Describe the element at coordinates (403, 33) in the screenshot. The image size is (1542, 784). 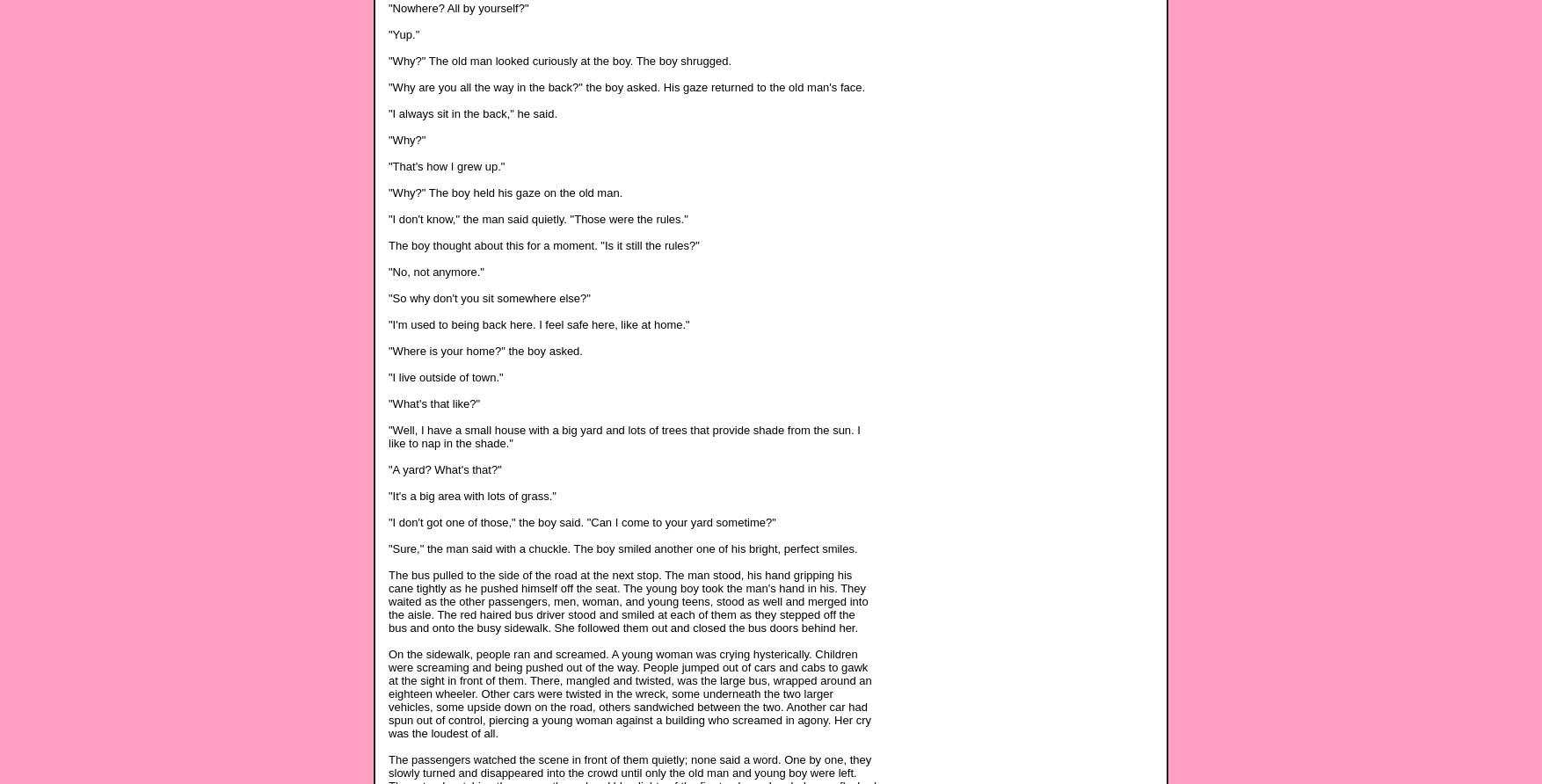
I see `'"Yup."'` at that location.